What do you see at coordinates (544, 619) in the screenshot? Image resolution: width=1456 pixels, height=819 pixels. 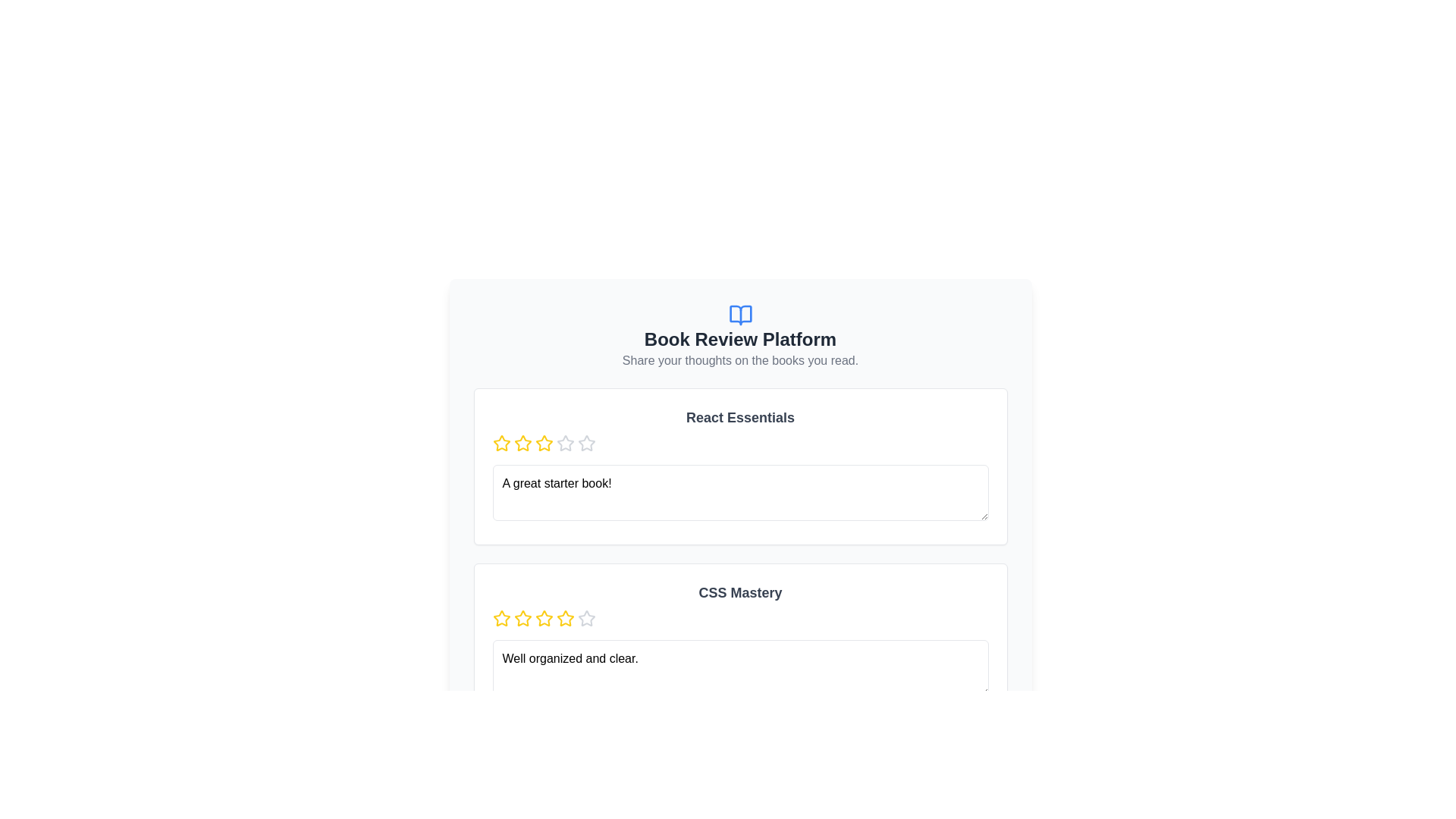 I see `the third yellow star in the rating system for the 'CSS Mastery' book review section to rate it` at bounding box center [544, 619].